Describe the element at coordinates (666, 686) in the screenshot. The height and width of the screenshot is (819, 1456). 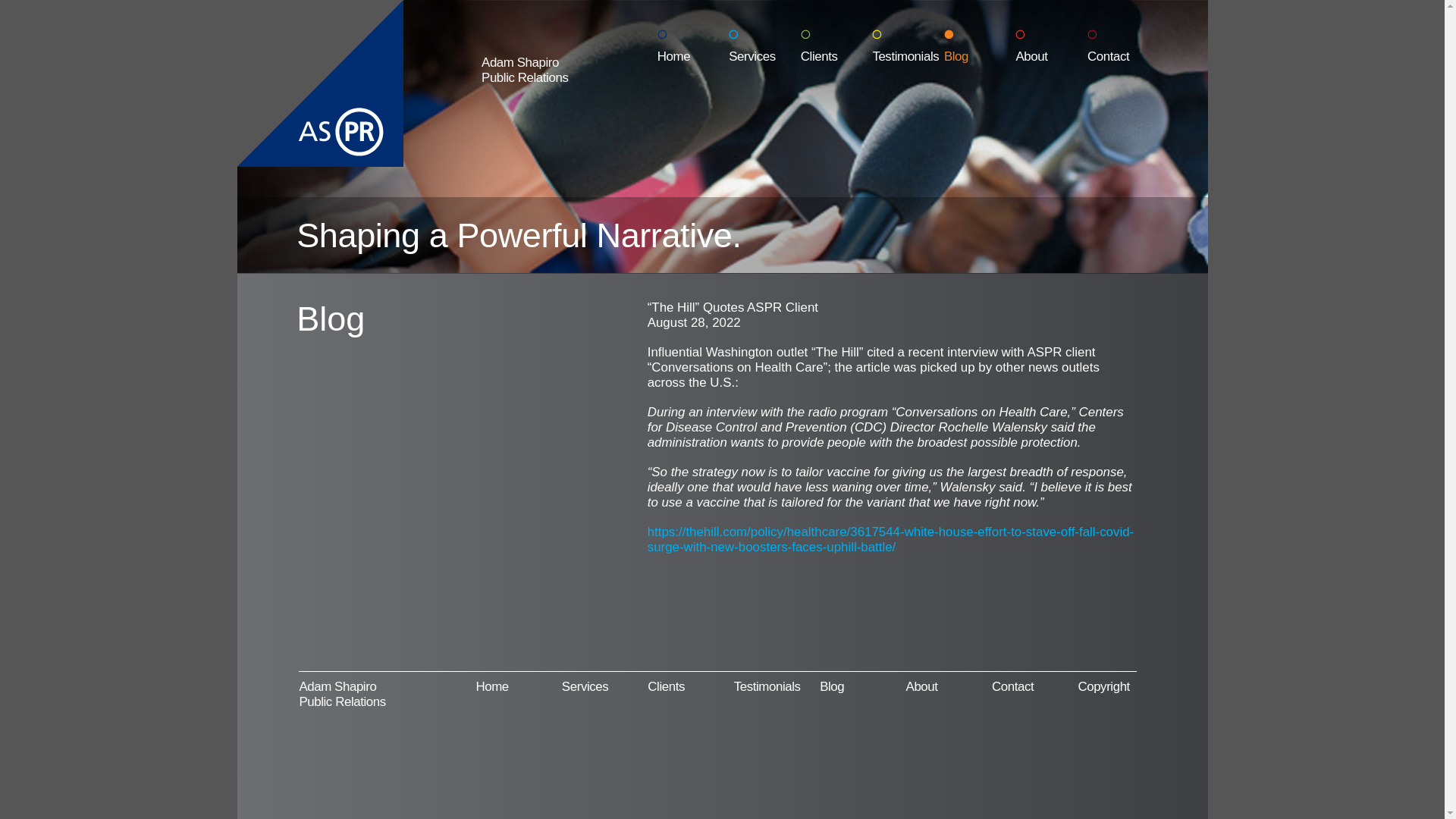
I see `'Clients'` at that location.